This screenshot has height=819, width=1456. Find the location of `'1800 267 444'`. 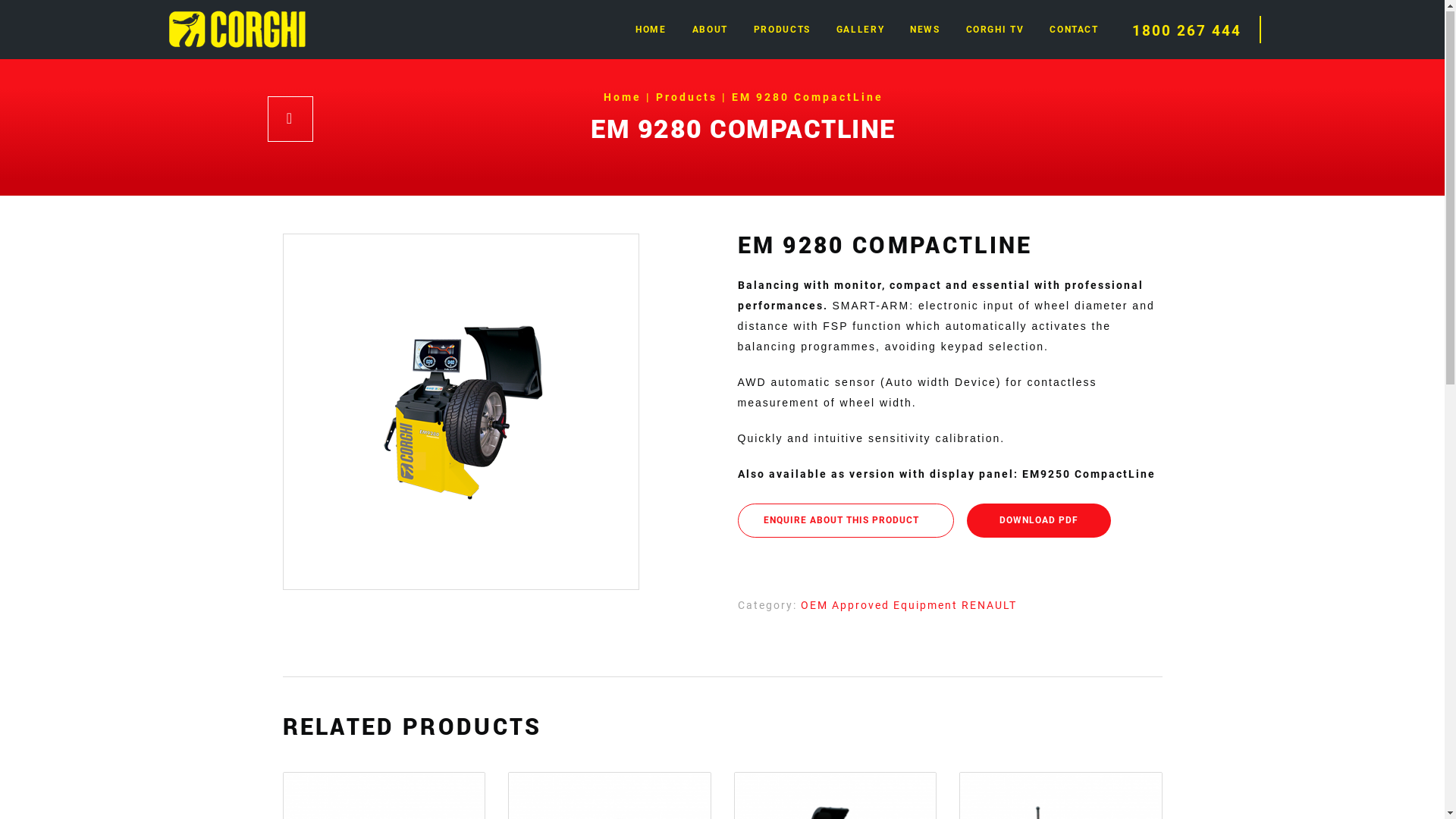

'1800 267 444' is located at coordinates (1182, 31).